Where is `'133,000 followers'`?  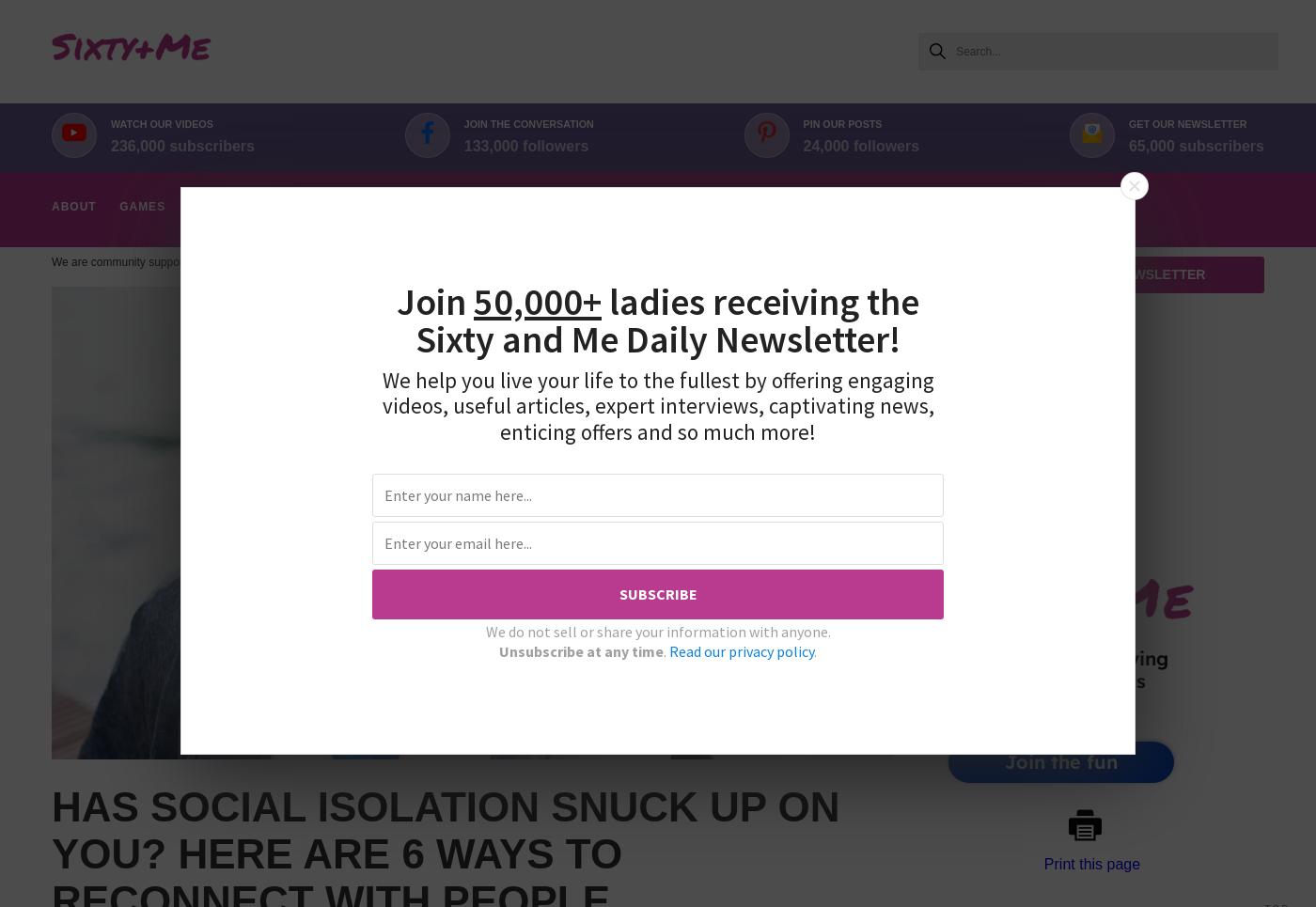 '133,000 followers' is located at coordinates (462, 145).